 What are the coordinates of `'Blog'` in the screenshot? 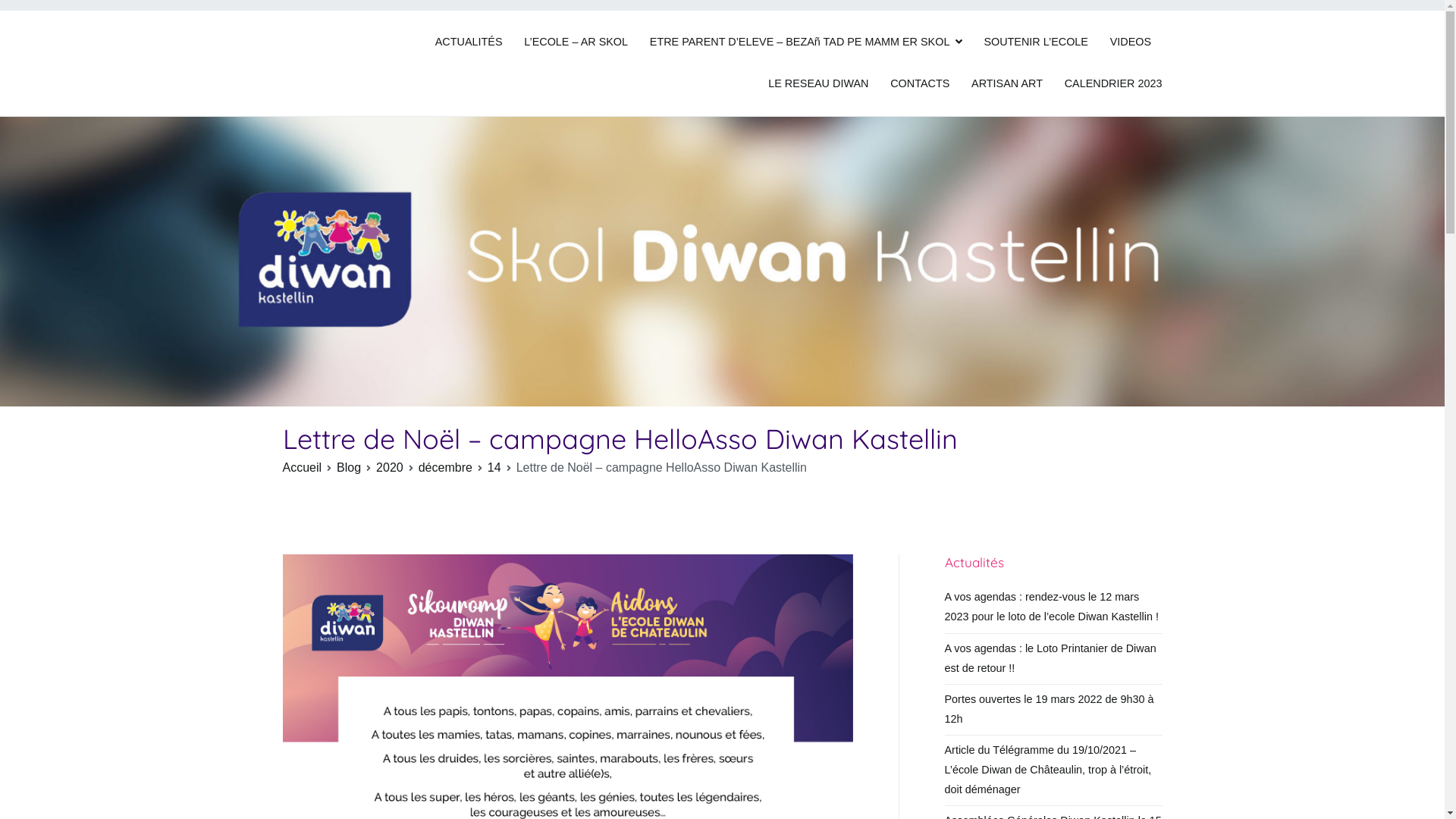 It's located at (348, 466).